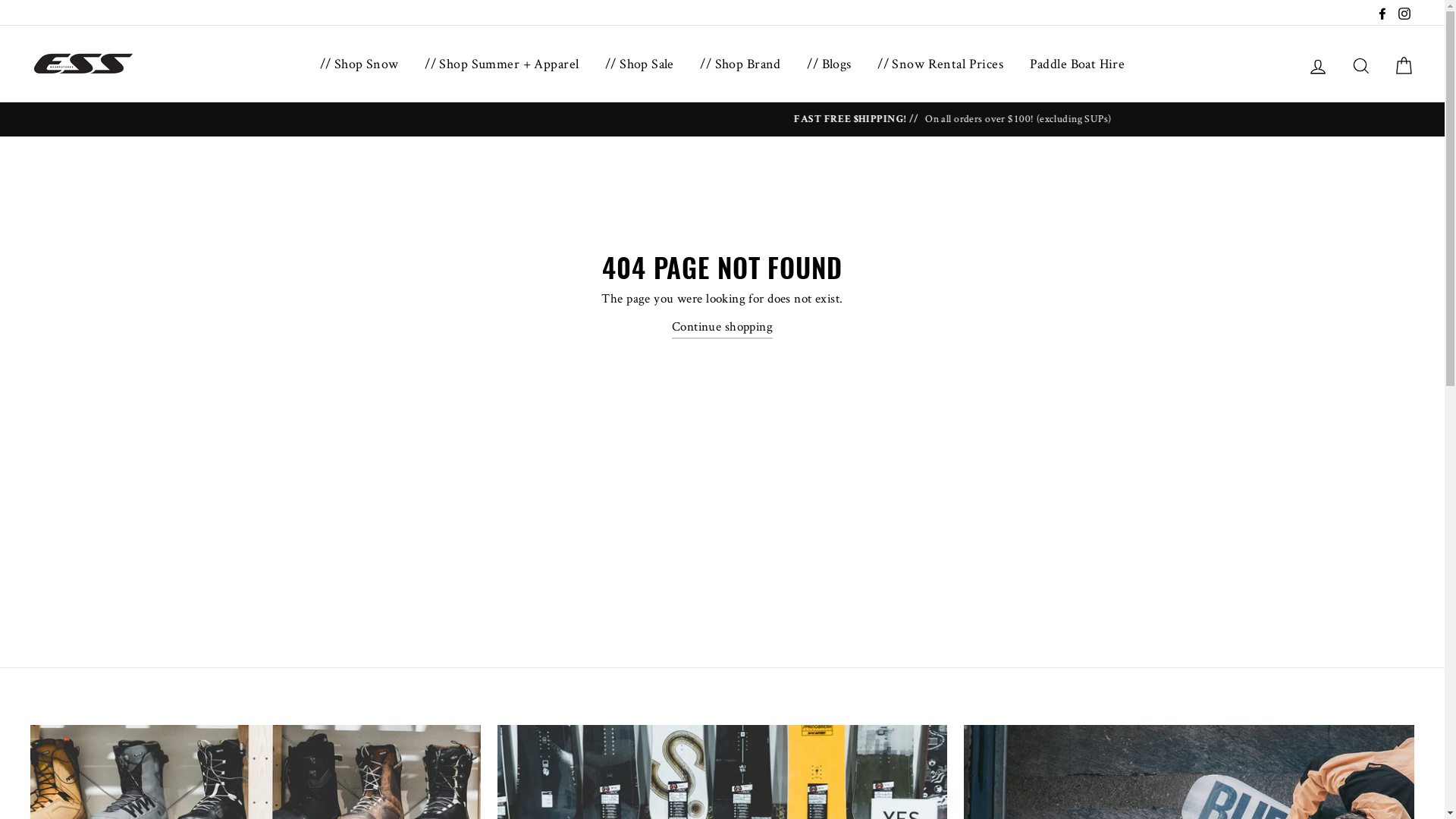 This screenshot has width=1456, height=819. Describe the element at coordinates (721, 118) in the screenshot. I see `'THE ESS BOOTFIT GUARANTEE // READ MORE ON ESS BOOTFITTING'` at that location.